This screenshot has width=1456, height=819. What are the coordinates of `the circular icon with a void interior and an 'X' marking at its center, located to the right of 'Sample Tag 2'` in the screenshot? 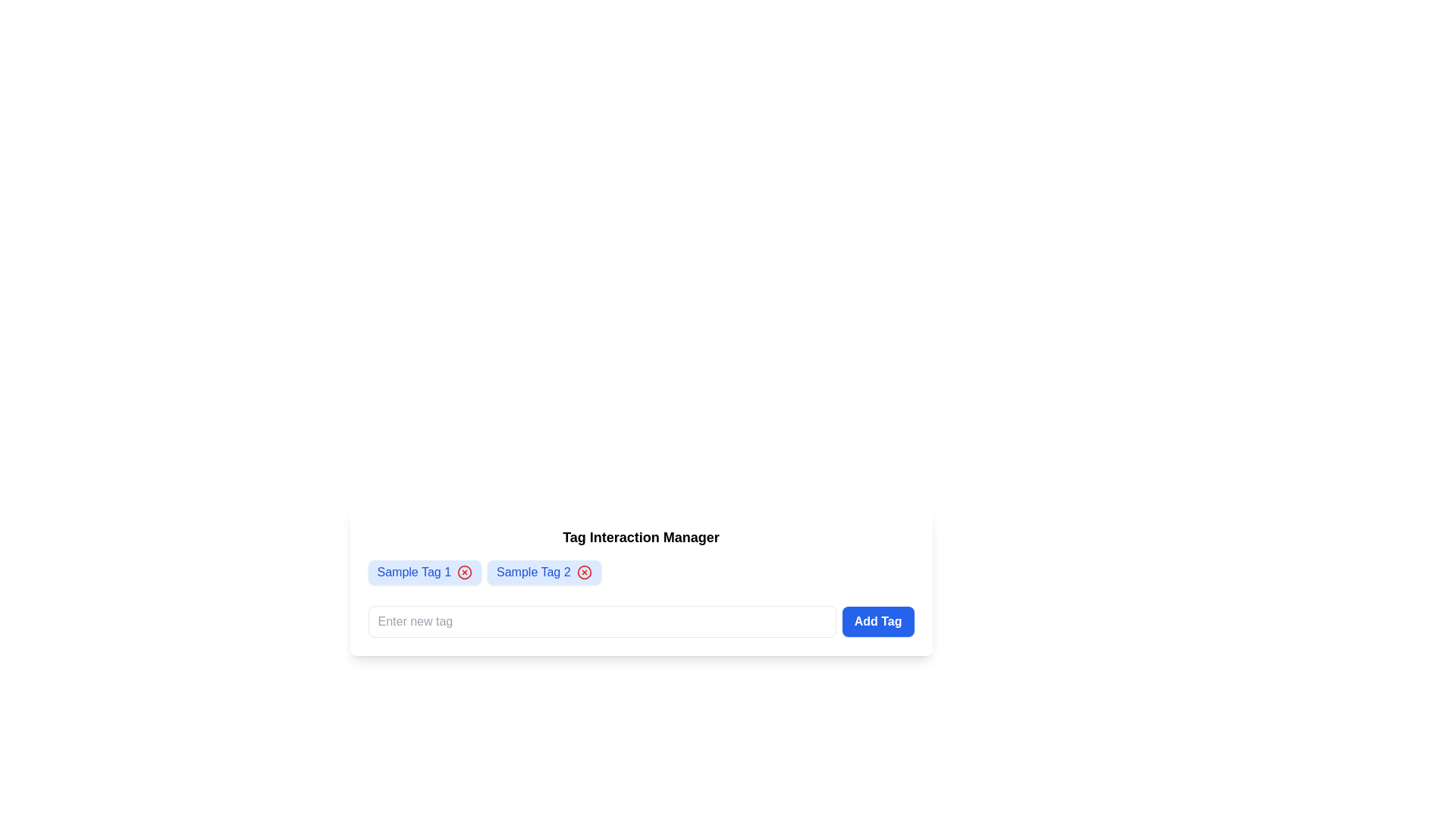 It's located at (583, 573).